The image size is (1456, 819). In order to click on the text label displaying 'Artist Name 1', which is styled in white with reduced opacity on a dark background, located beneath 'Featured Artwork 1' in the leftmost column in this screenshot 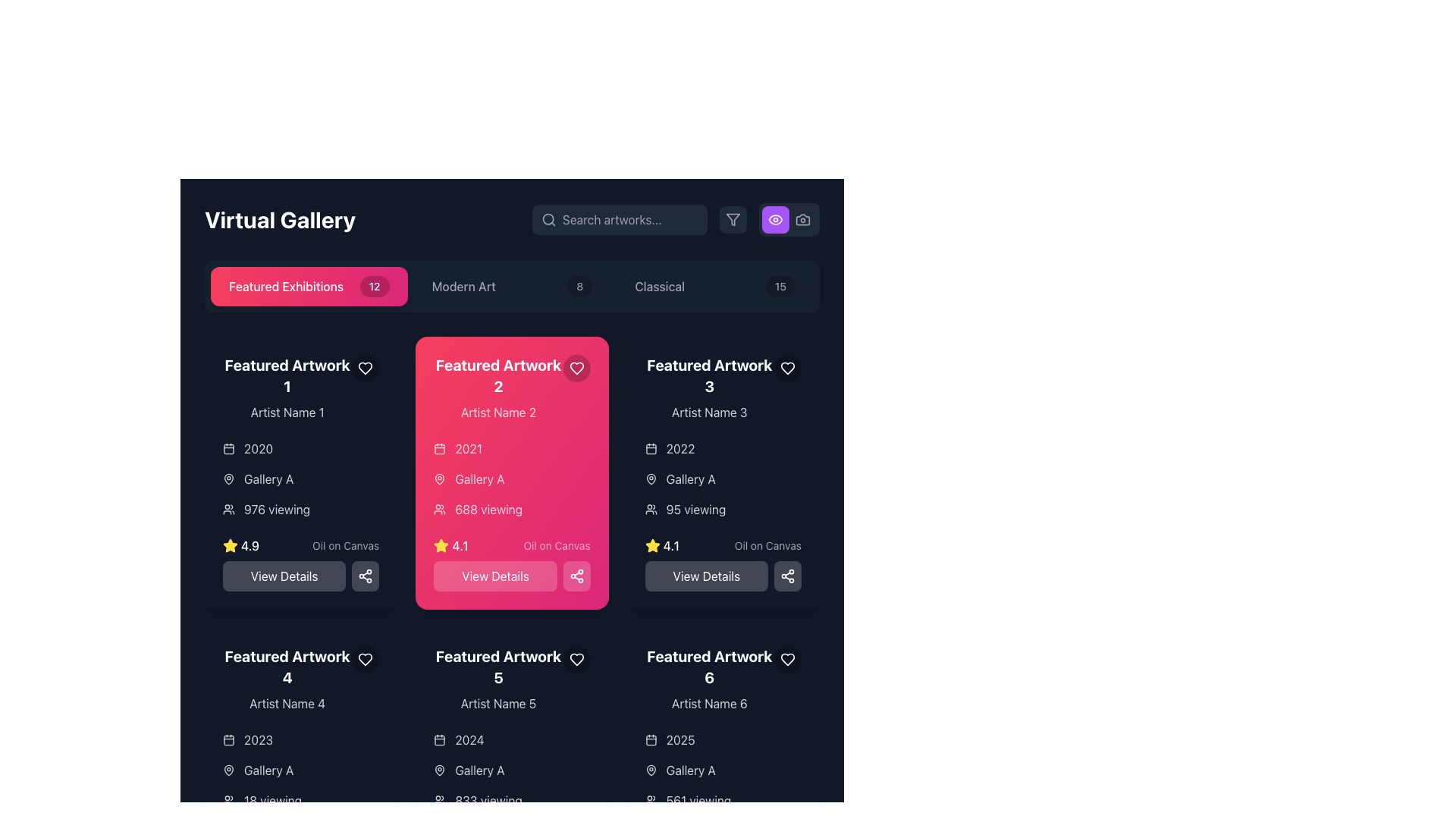, I will do `click(287, 412)`.